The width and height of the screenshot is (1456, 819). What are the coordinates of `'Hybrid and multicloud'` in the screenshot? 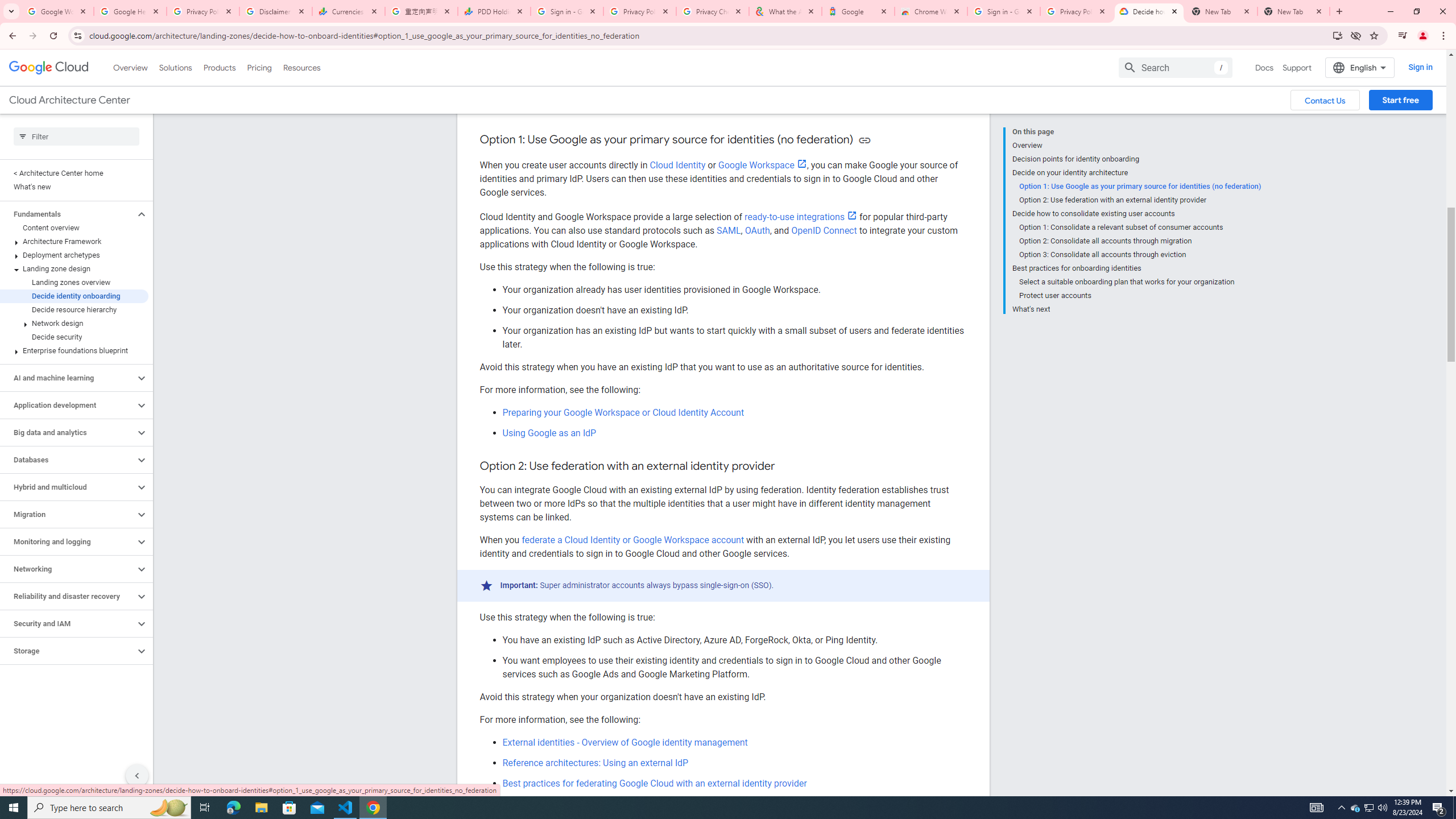 It's located at (67, 486).